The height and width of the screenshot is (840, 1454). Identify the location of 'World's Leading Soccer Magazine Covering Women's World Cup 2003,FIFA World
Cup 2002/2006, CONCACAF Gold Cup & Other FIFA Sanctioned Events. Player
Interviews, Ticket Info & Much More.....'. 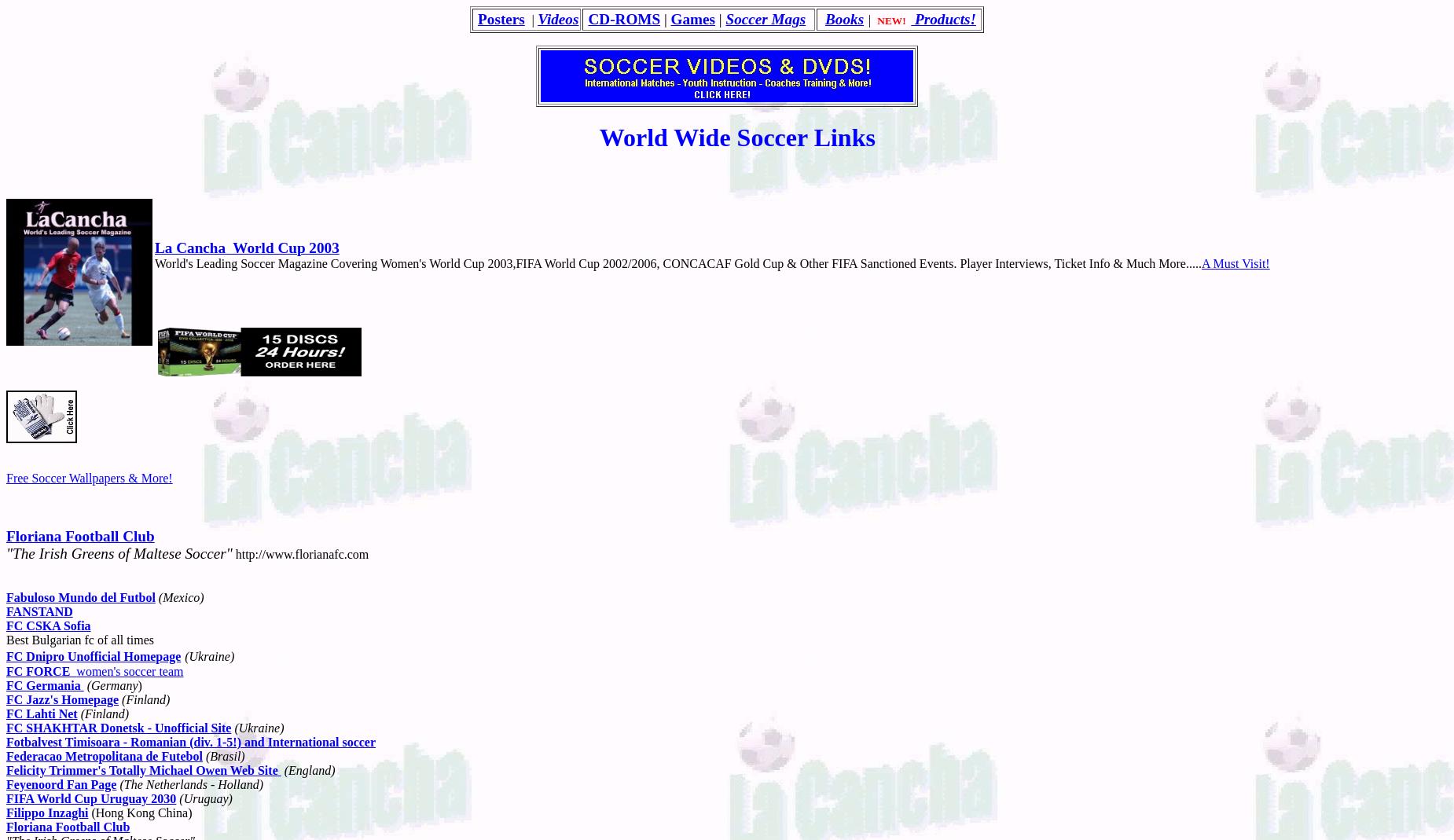
(677, 262).